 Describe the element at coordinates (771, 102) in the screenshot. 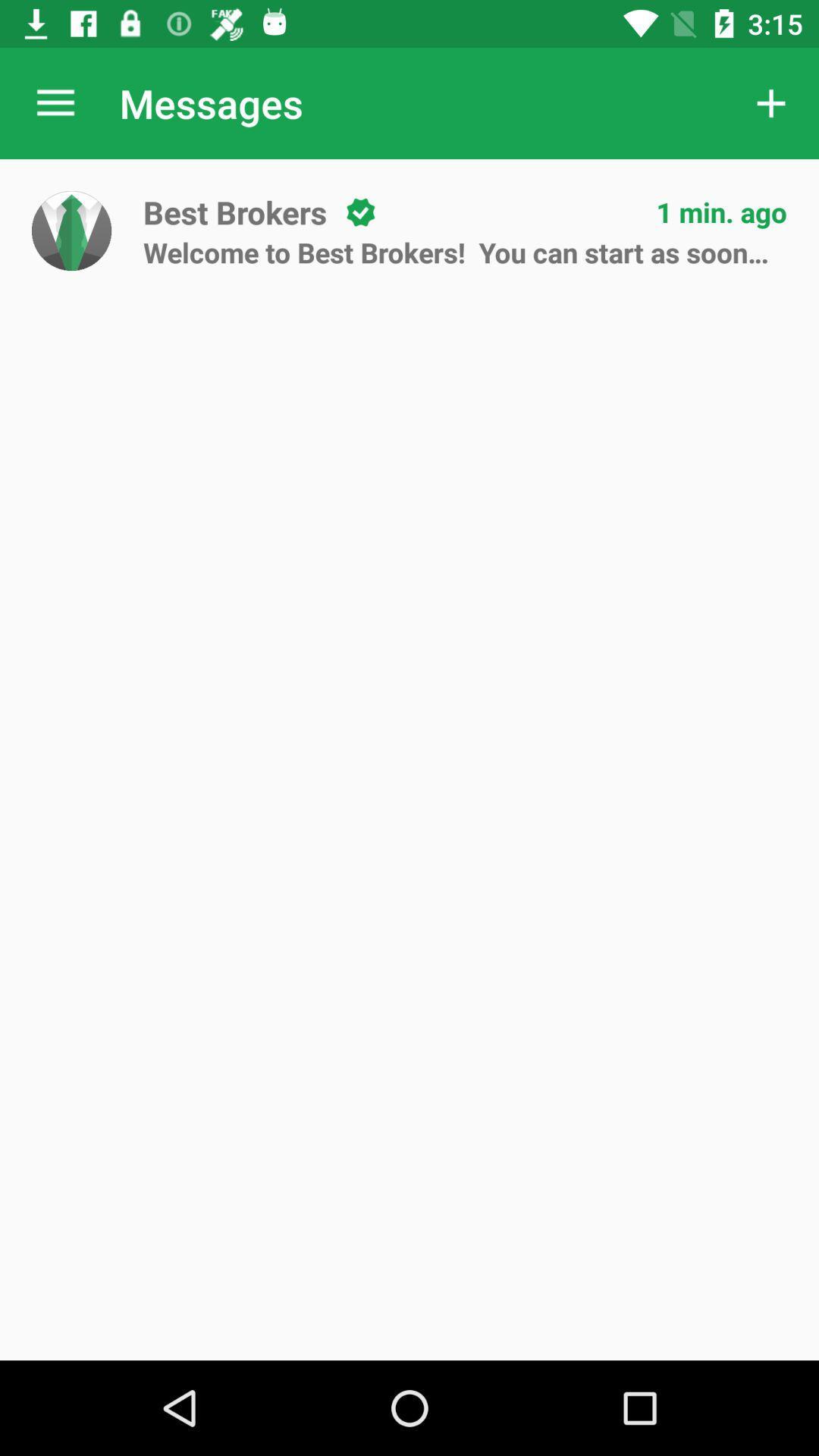

I see `the app to the right of messages item` at that location.